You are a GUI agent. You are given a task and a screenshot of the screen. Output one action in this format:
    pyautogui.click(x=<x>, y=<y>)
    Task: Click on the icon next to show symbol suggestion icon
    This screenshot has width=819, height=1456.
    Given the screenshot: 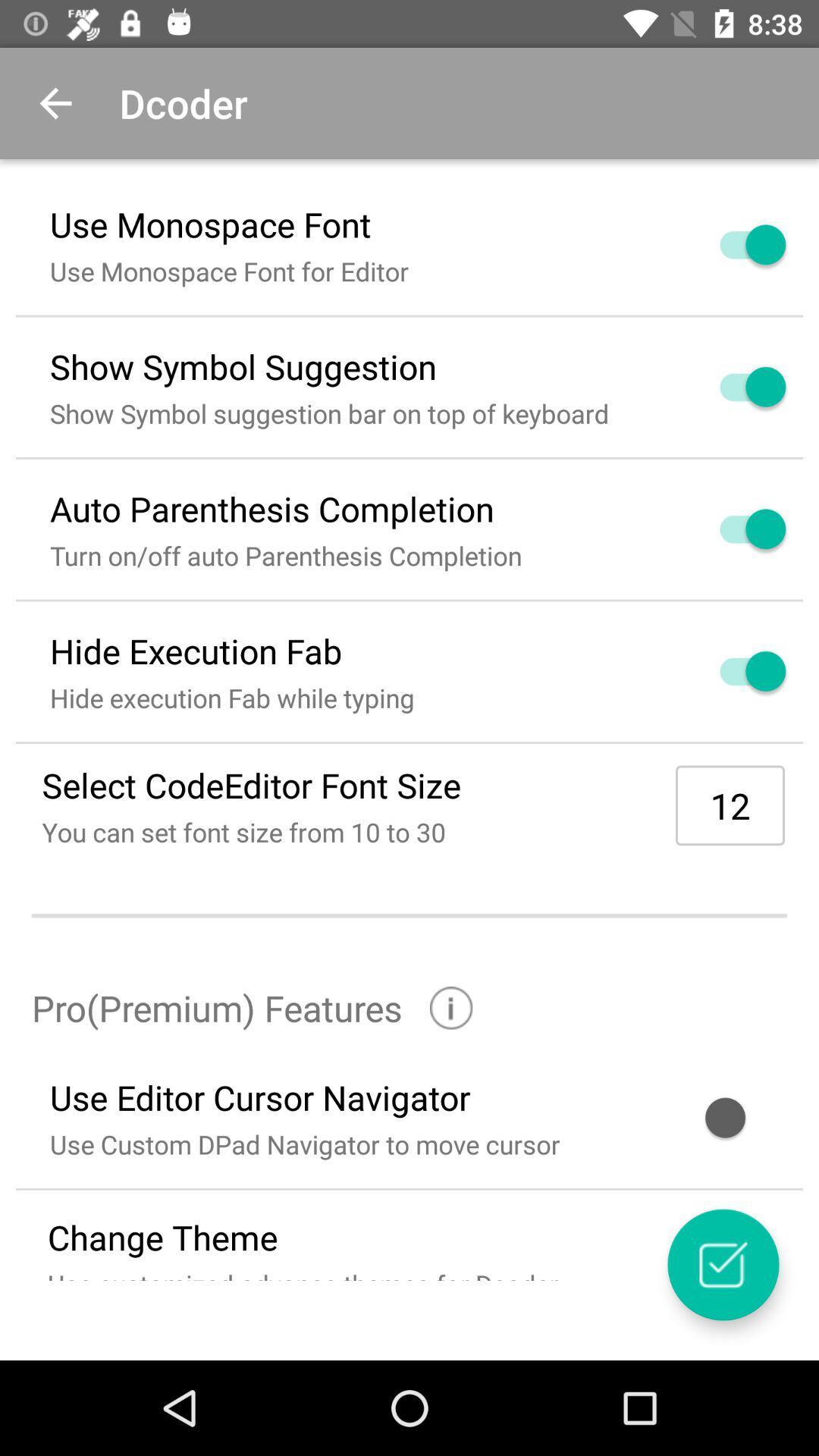 What is the action you would take?
    pyautogui.click(x=734, y=387)
    